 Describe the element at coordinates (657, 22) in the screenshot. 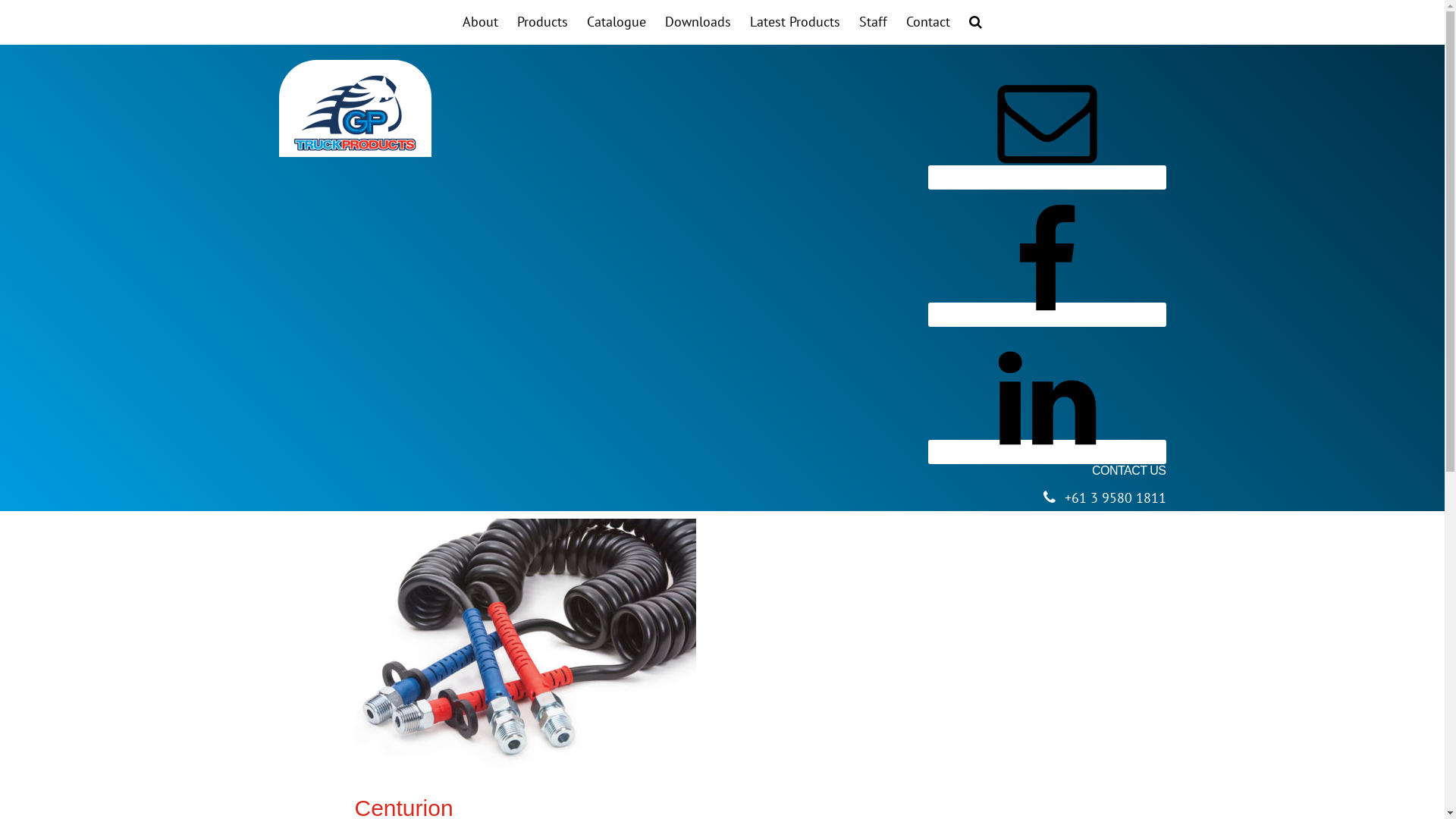

I see `'Downloads'` at that location.